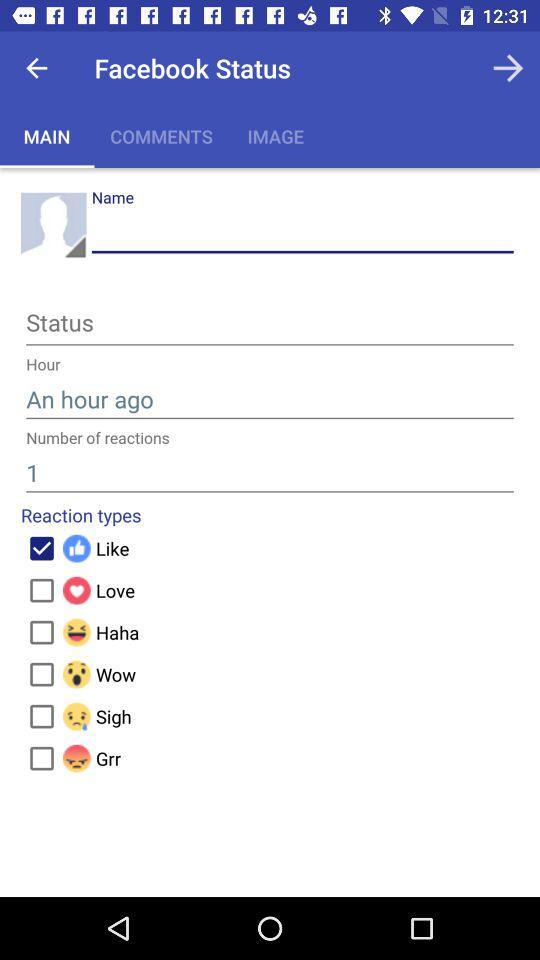  I want to click on the avatar icon, so click(53, 225).